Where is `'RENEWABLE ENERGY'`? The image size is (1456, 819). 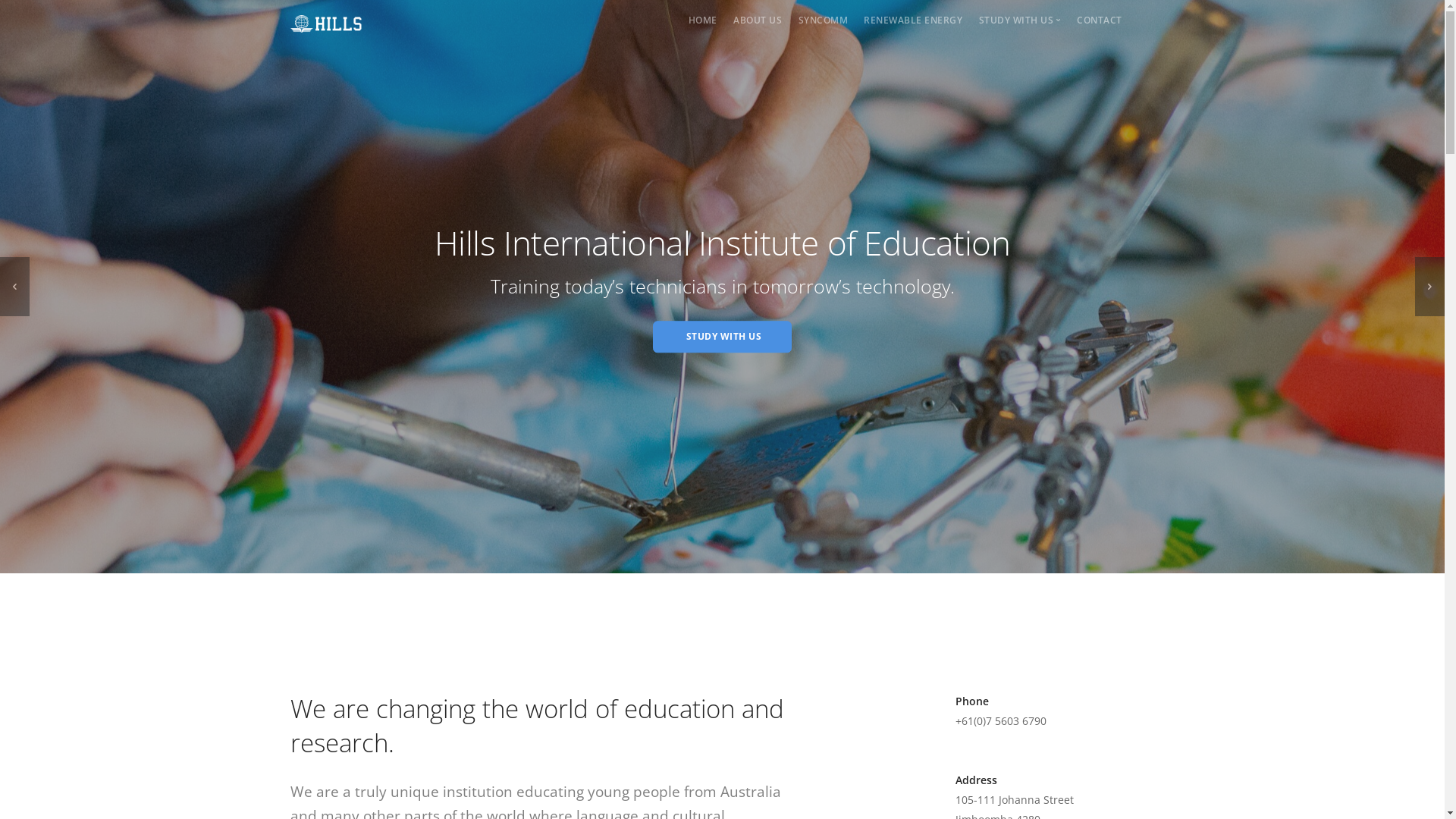 'RENEWABLE ENERGY' is located at coordinates (863, 20).